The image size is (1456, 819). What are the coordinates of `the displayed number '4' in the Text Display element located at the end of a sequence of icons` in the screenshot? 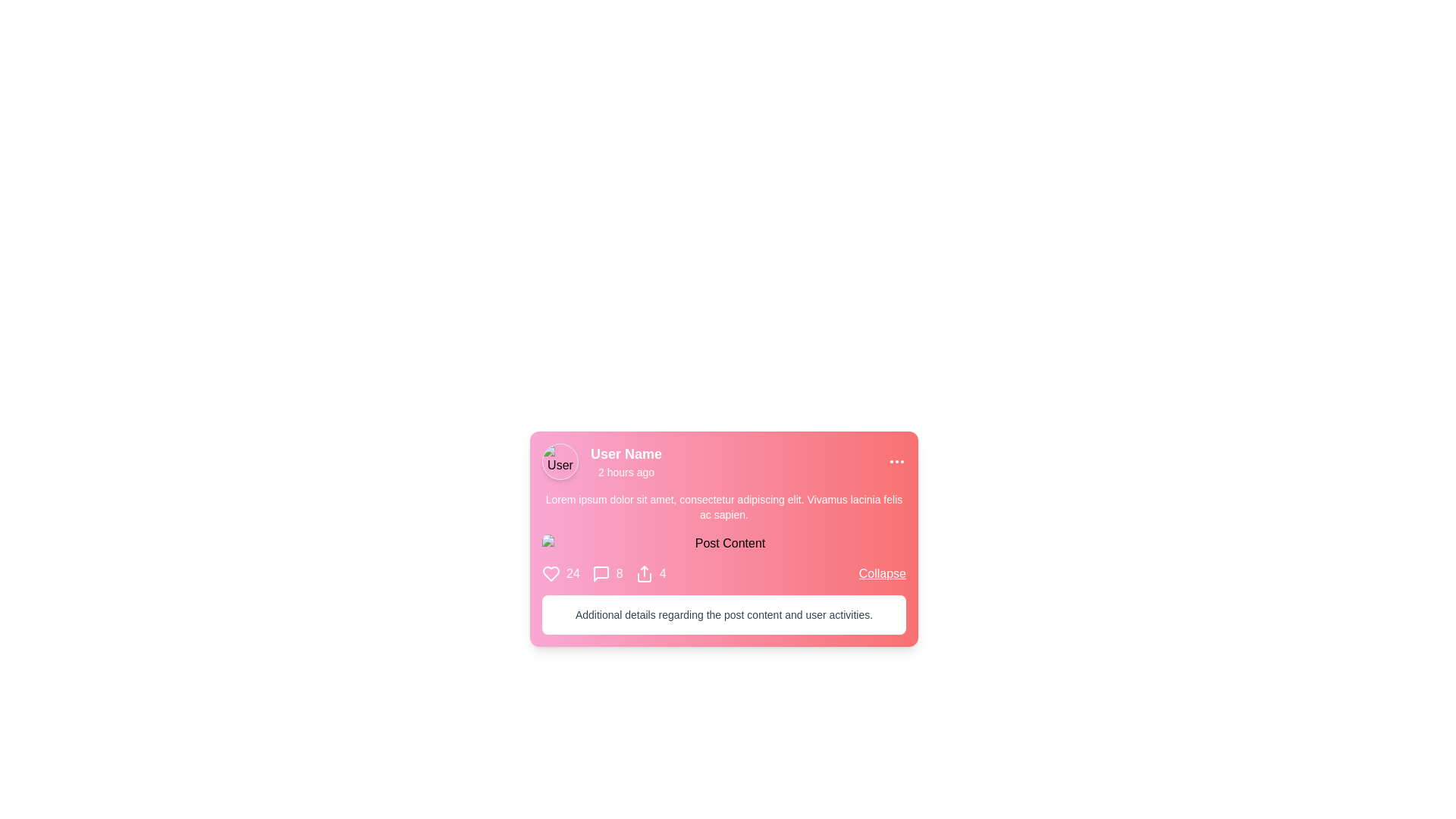 It's located at (663, 573).